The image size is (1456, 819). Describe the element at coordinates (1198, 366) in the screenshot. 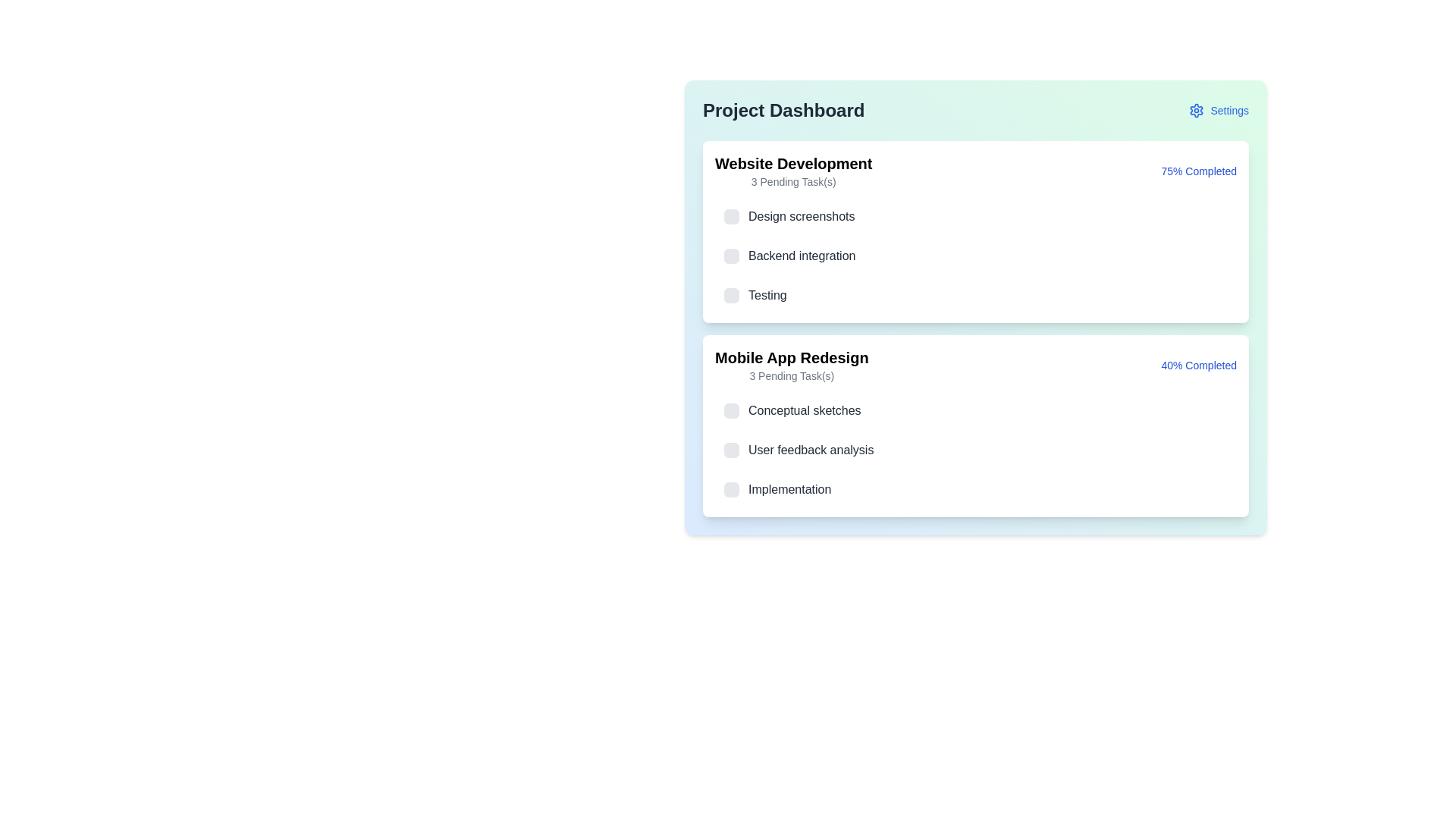

I see `the text label displaying '40% Completed' in the bottom-right corner of the 'Mobile App Redesign' project card` at that location.